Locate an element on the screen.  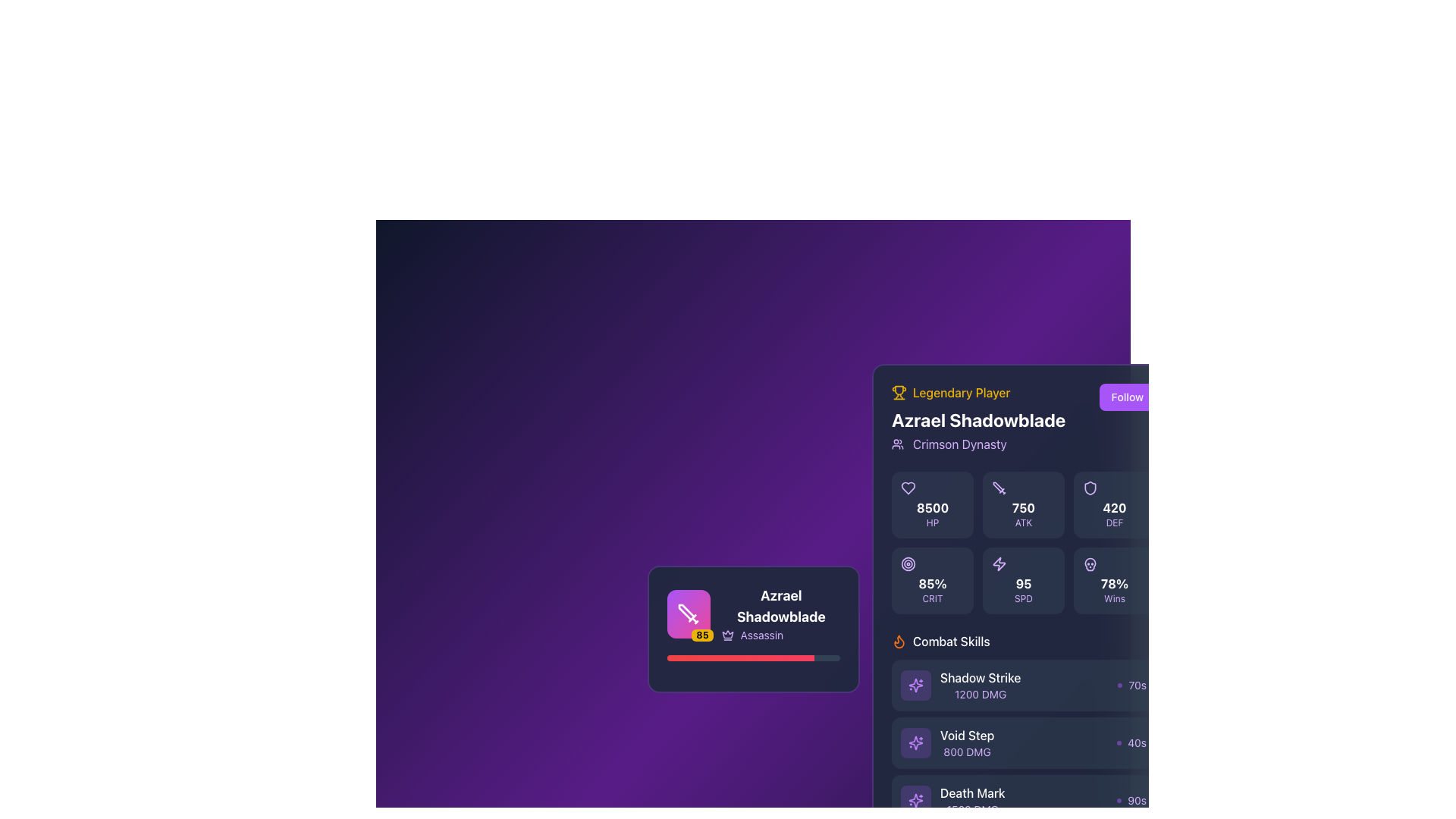
the critical hit or accuracy stat icon located centrally in the skill display section, adjacent to other stat icons as the second element in the group is located at coordinates (908, 564).